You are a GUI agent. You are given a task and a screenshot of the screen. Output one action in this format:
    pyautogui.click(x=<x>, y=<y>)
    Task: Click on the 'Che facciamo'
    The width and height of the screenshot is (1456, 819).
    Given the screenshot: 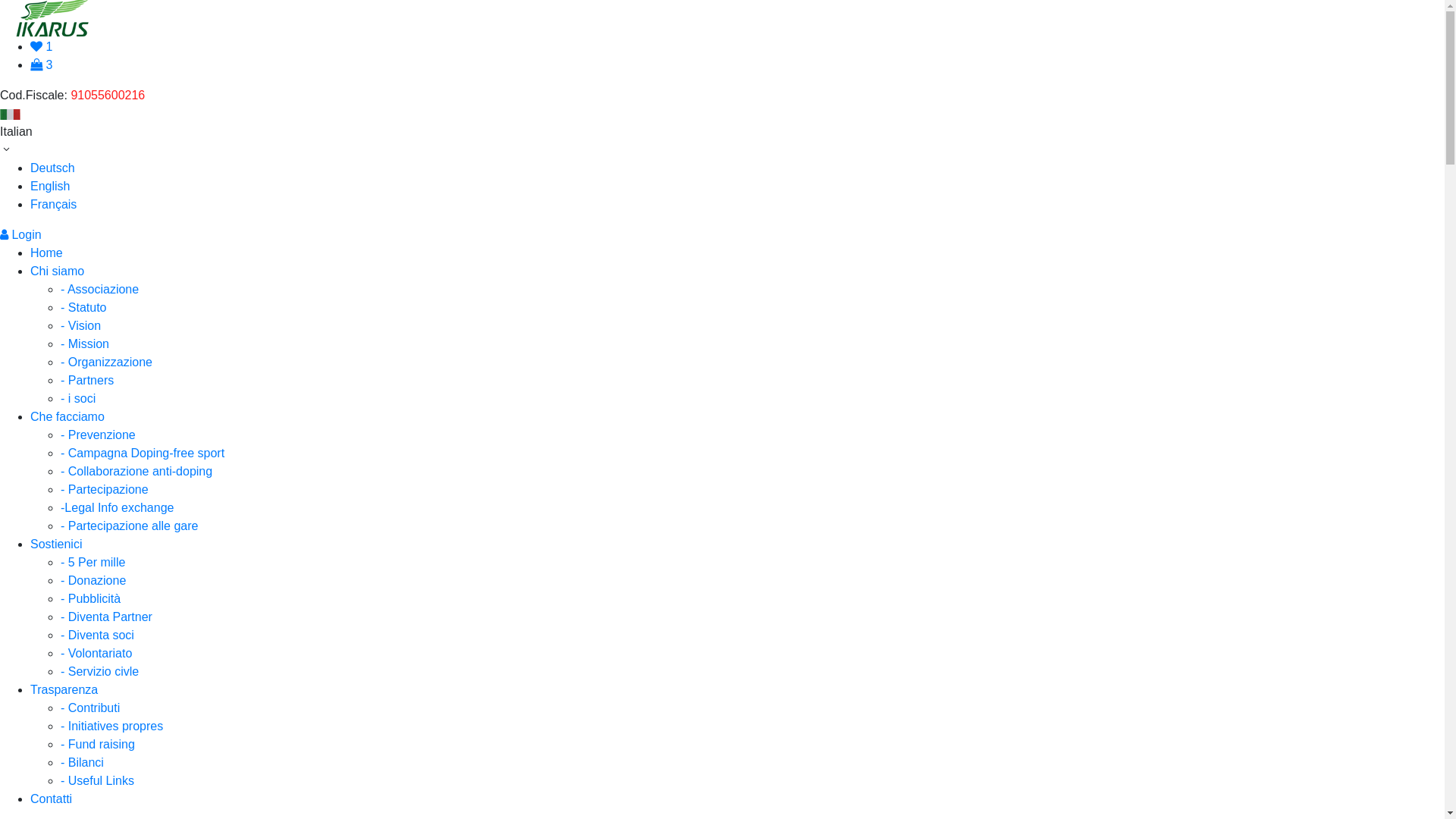 What is the action you would take?
    pyautogui.click(x=67, y=416)
    